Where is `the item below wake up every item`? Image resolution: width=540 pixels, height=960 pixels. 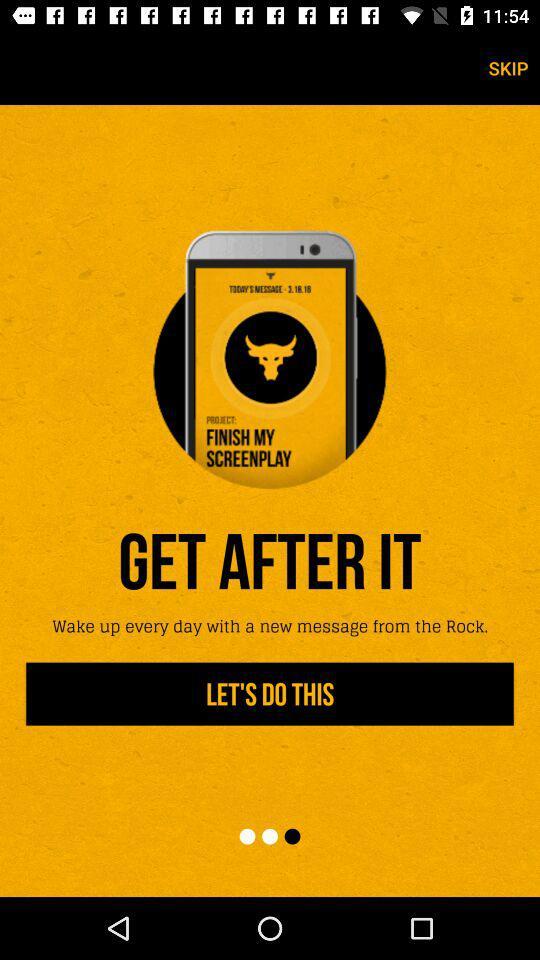 the item below wake up every item is located at coordinates (270, 694).